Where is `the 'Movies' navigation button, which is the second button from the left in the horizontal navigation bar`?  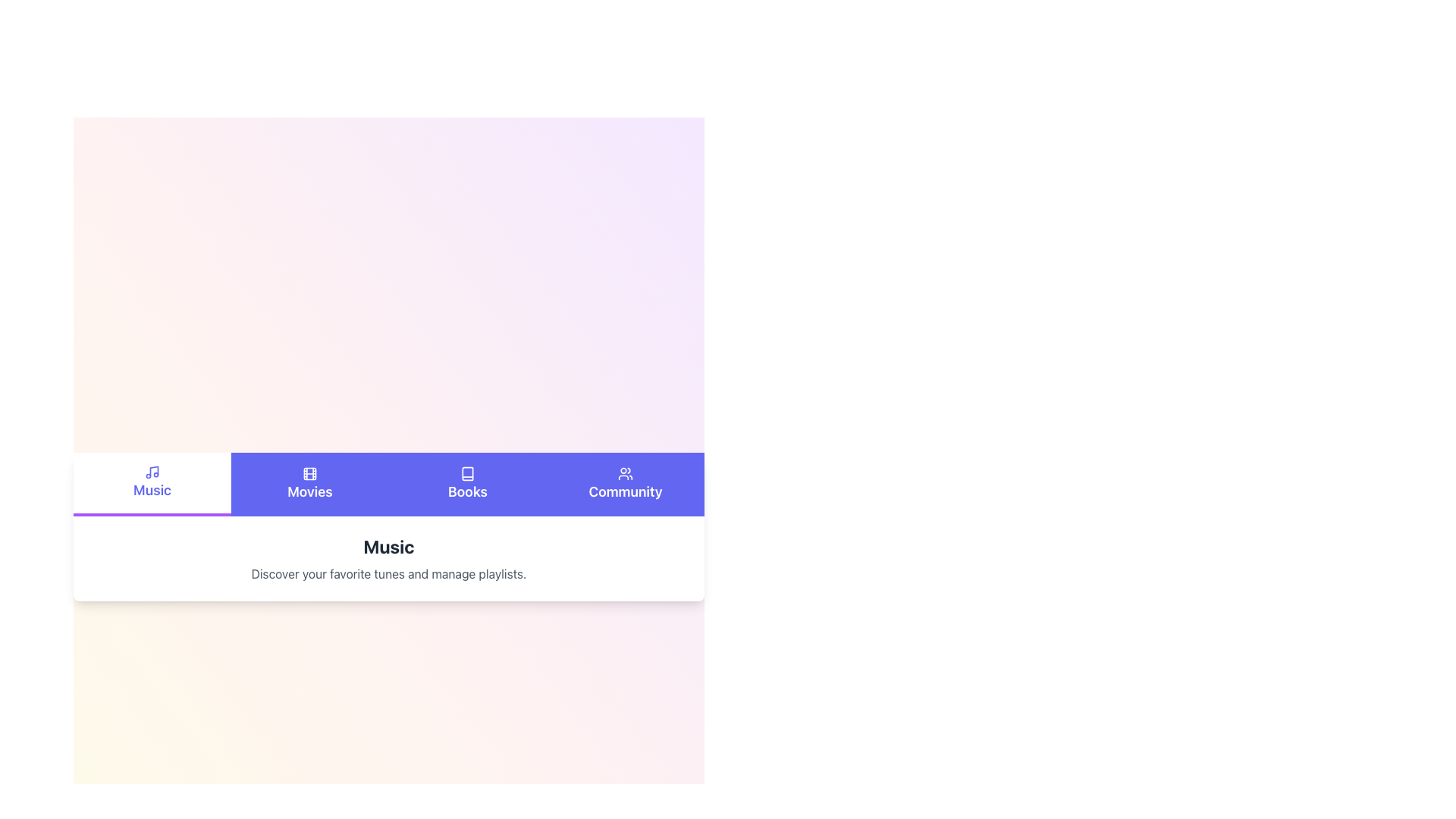
the 'Movies' navigation button, which is the second button from the left in the horizontal navigation bar is located at coordinates (309, 485).